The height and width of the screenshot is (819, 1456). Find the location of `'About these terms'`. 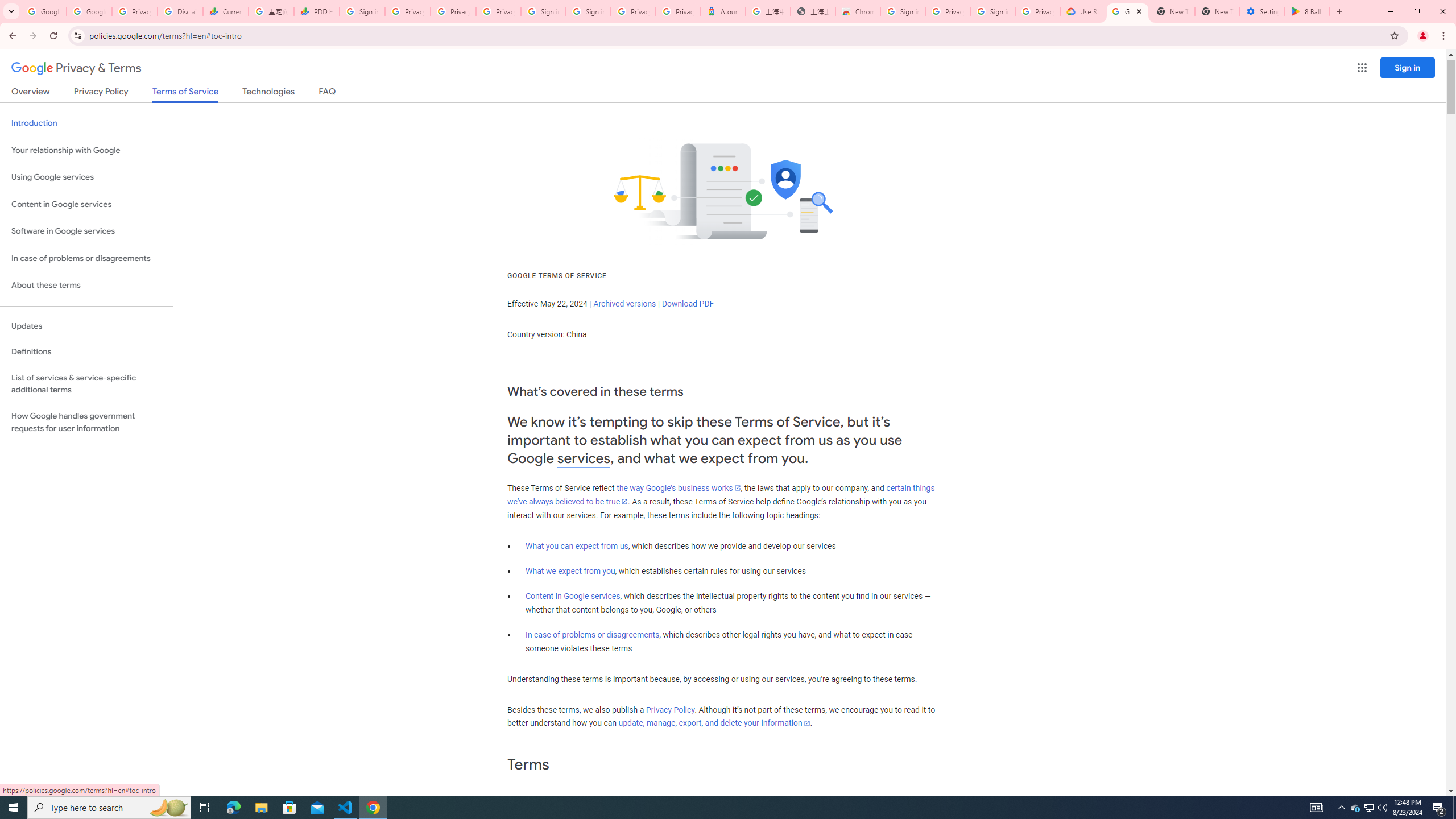

'About these terms' is located at coordinates (86, 285).